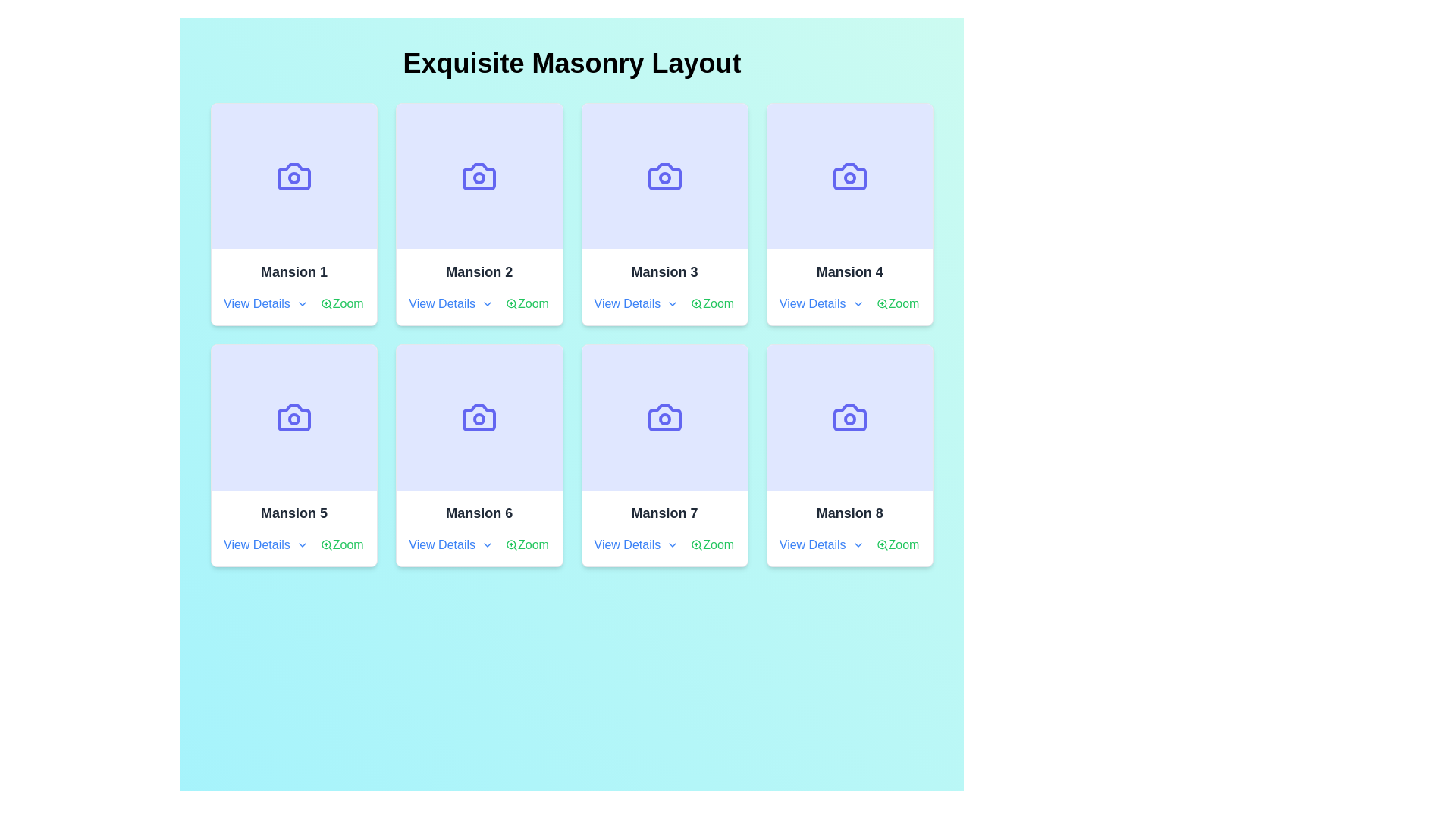  Describe the element at coordinates (341, 544) in the screenshot. I see `the second interactive link in the 'Mansion 5' card` at that location.